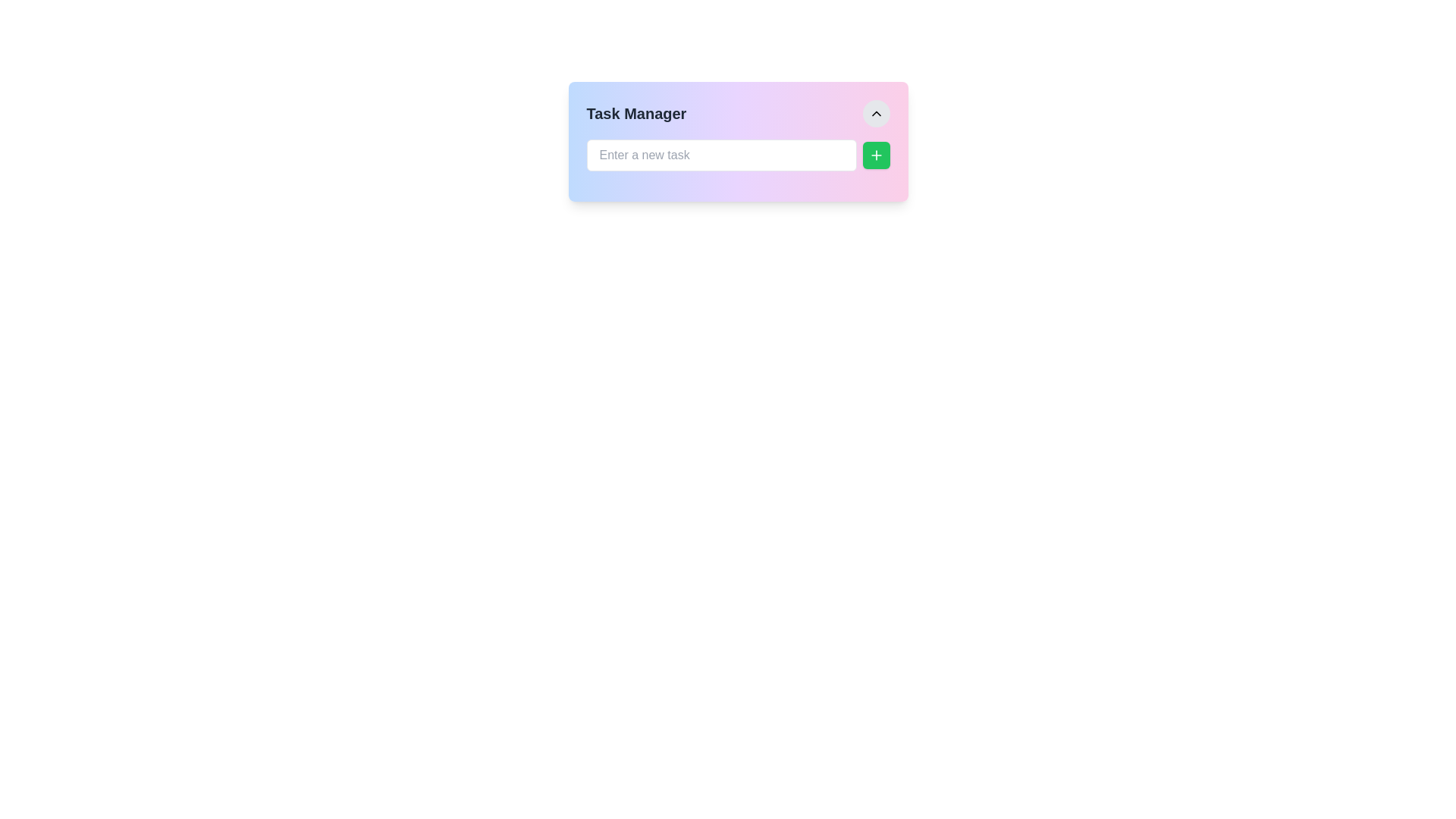 The width and height of the screenshot is (1456, 819). I want to click on the circular '+' icon button with a green background, so click(876, 155).